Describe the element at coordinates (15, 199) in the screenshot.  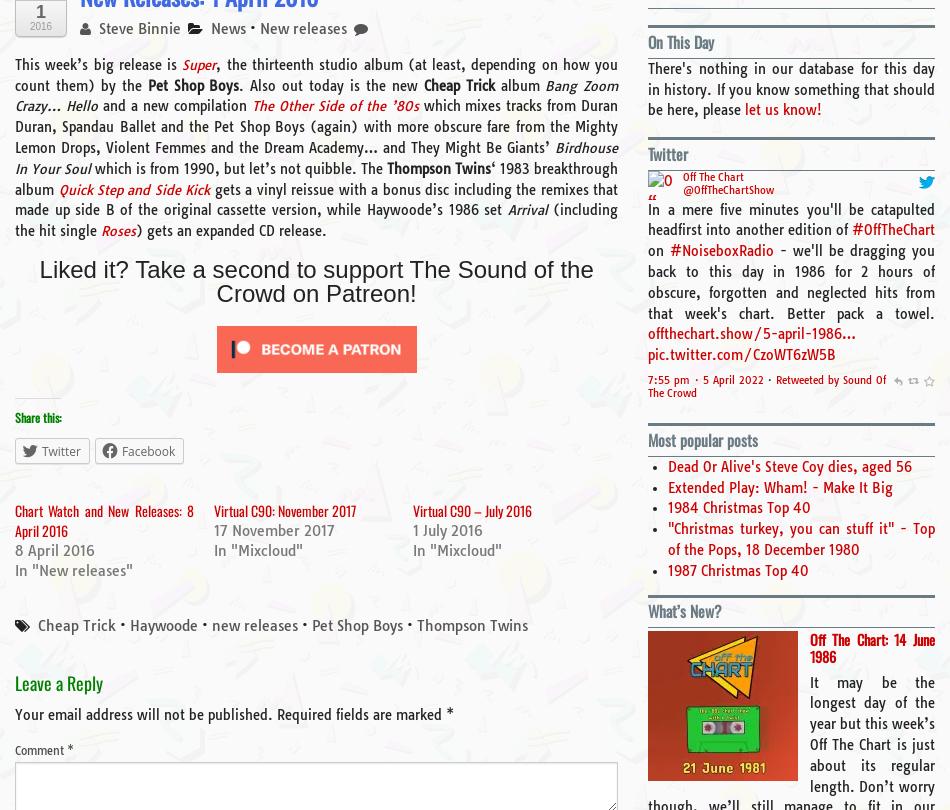
I see `'gets a vinyl reissue with a bonus disc including the remixes that made up side B of the original cassette version, while Haywoode’s 1986 set'` at that location.